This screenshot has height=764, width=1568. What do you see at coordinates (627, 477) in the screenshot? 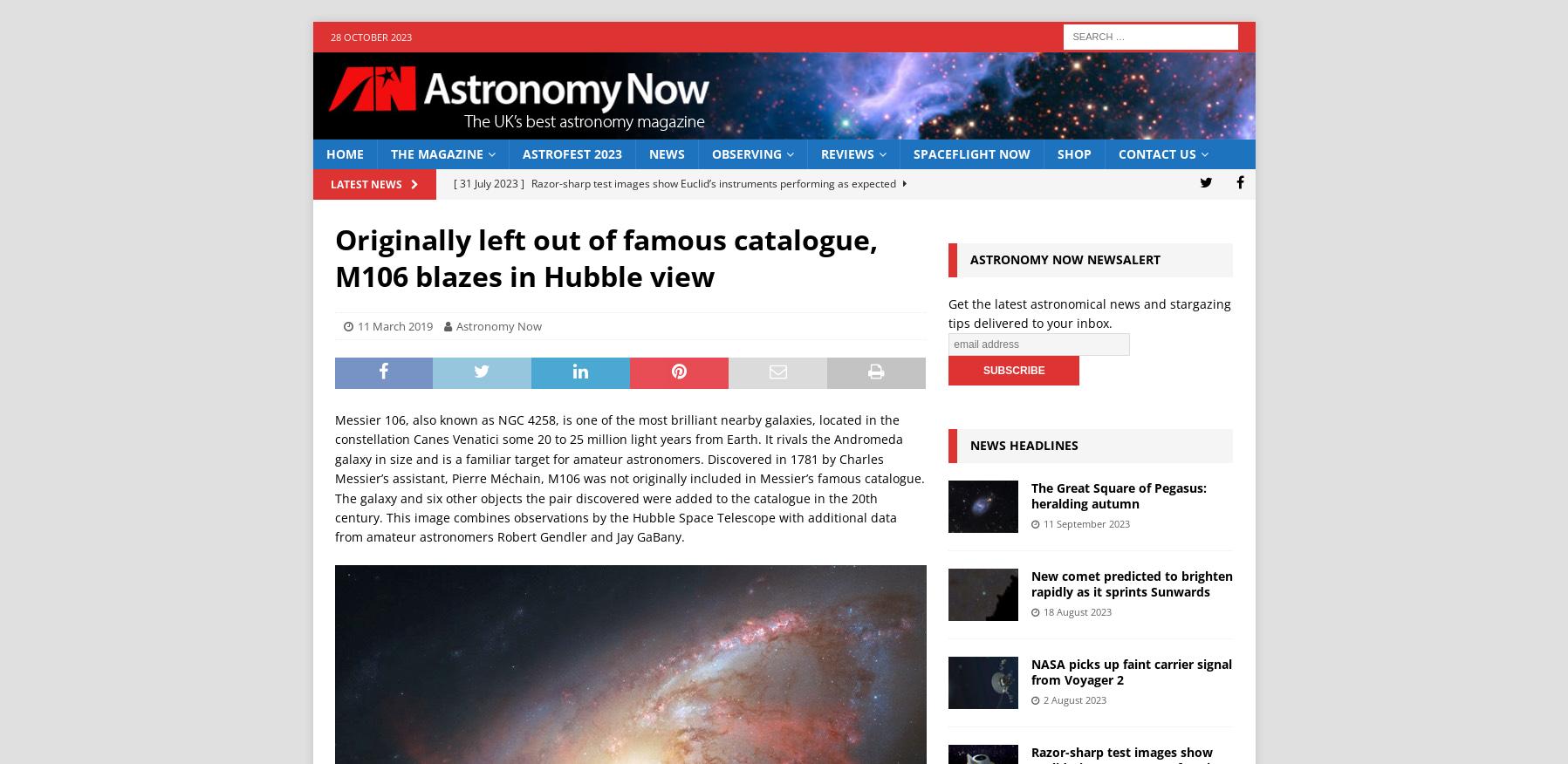
I see `'Messier 106, also known as NGC 4258, is one of the most brilliant nearby galaxies, located in the constellation Canes Venatici some 20 to 25 million light years from Earth. It rivals the Andromeda galaxy in size and is a familiar target for amateur astronomers. Discovered in 1781 by Charles Messier’s assistant, Pierre Méchain, M106 was not originally included in Messier’s famous catalogue. The galaxy and six other objects the pair discovered were added to the catalogue in the 20th century. This image combines observations by the Hubble Space Telescope with additional data from amateur astronomers Robert Gendler and Jay GaBany.'` at bounding box center [627, 477].